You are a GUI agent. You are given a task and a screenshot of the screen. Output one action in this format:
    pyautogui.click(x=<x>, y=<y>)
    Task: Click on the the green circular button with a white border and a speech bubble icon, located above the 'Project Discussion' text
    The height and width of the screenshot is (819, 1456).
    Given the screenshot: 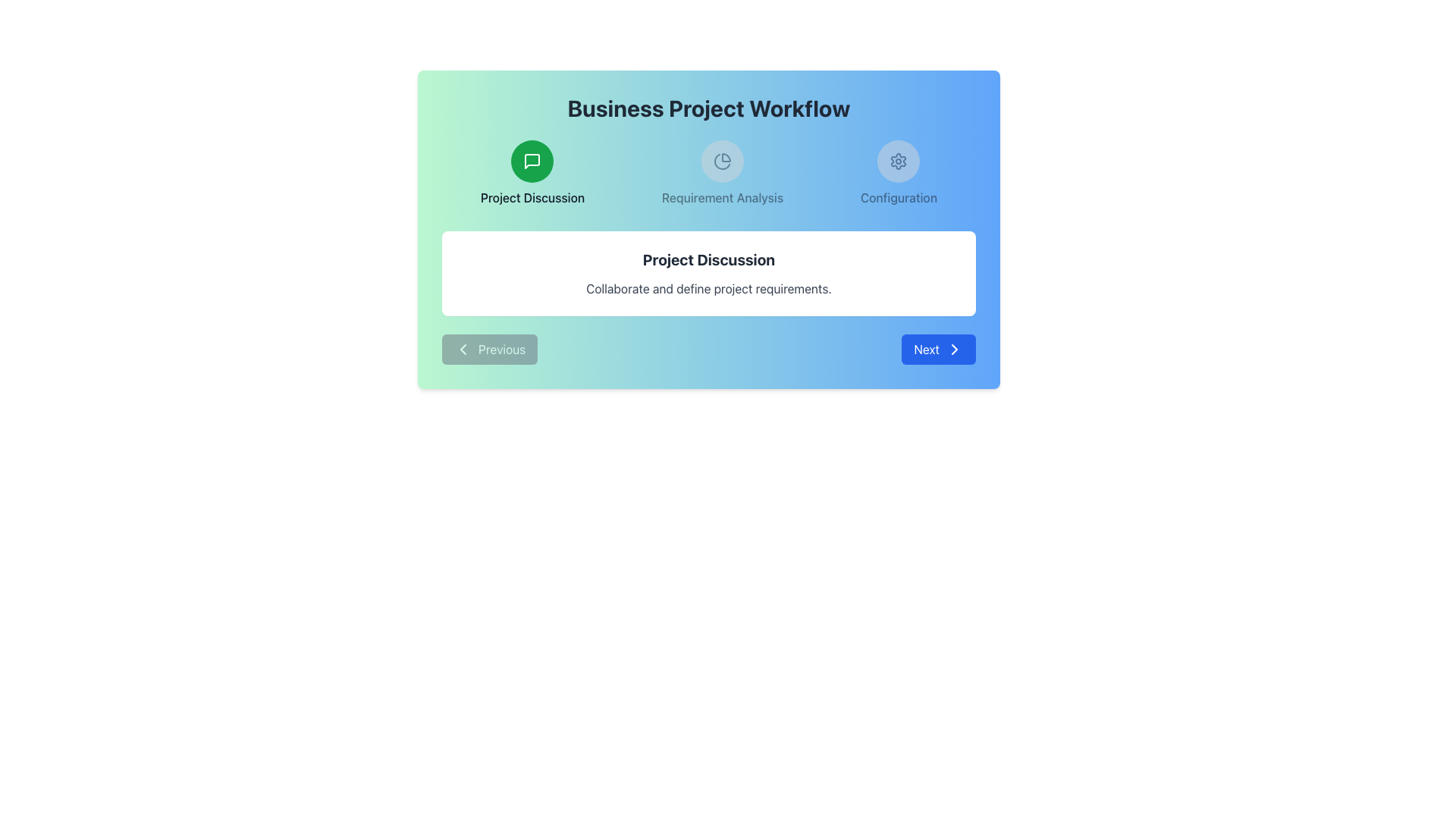 What is the action you would take?
    pyautogui.click(x=532, y=161)
    